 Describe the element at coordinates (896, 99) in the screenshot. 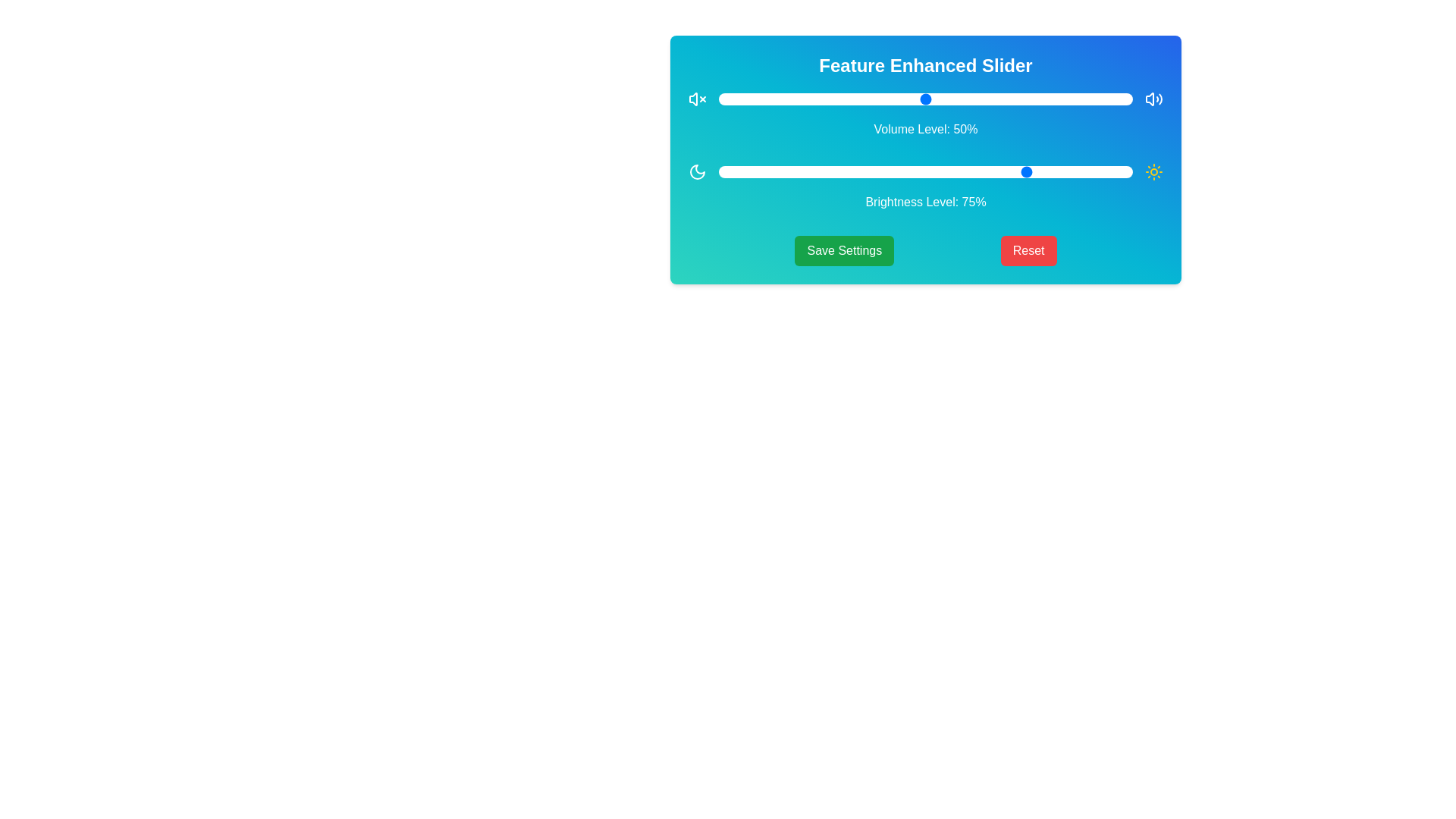

I see `the slider value` at that location.